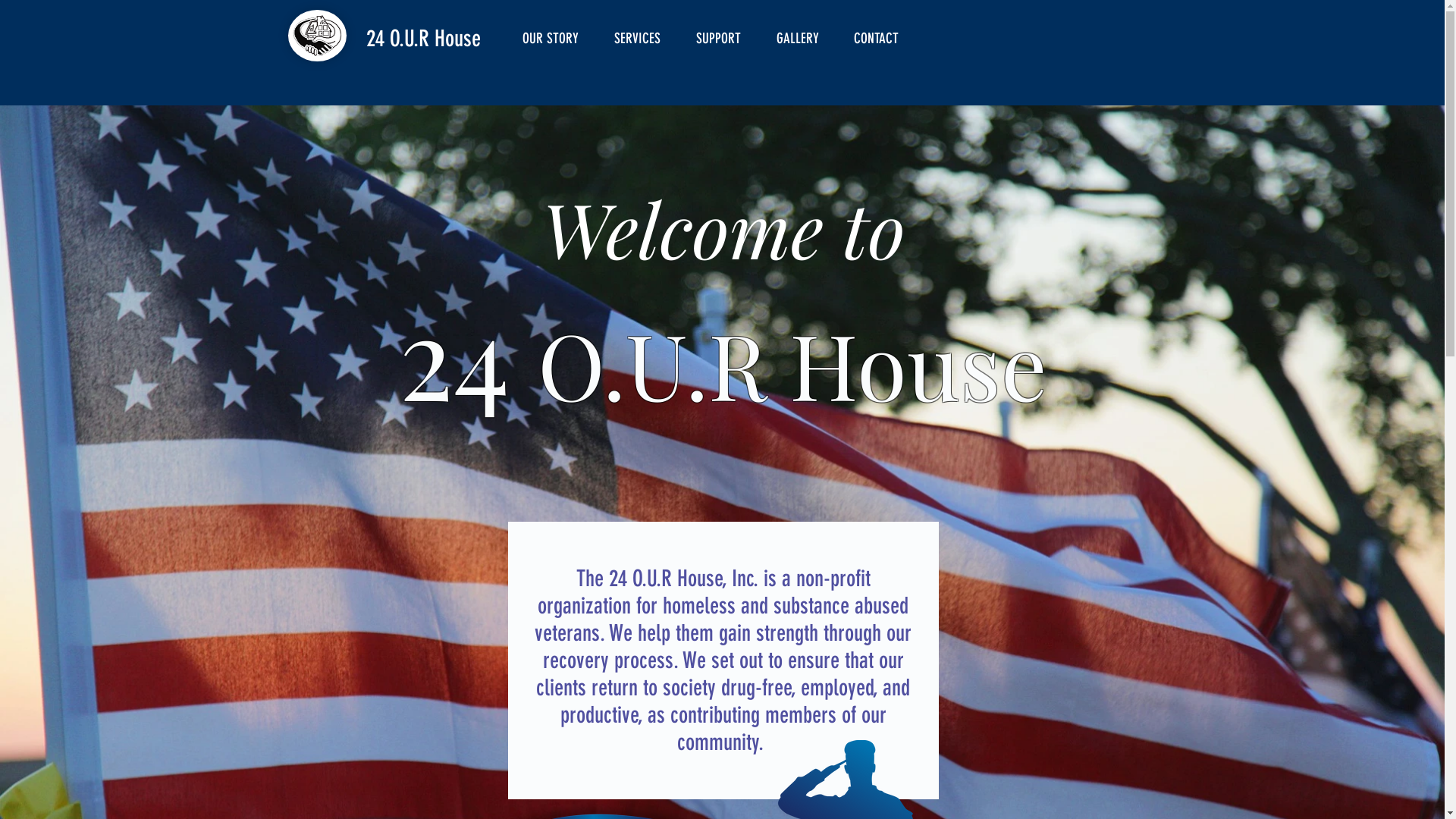  What do you see at coordinates (316, 34) in the screenshot?
I see `'LOGO 3.png'` at bounding box center [316, 34].